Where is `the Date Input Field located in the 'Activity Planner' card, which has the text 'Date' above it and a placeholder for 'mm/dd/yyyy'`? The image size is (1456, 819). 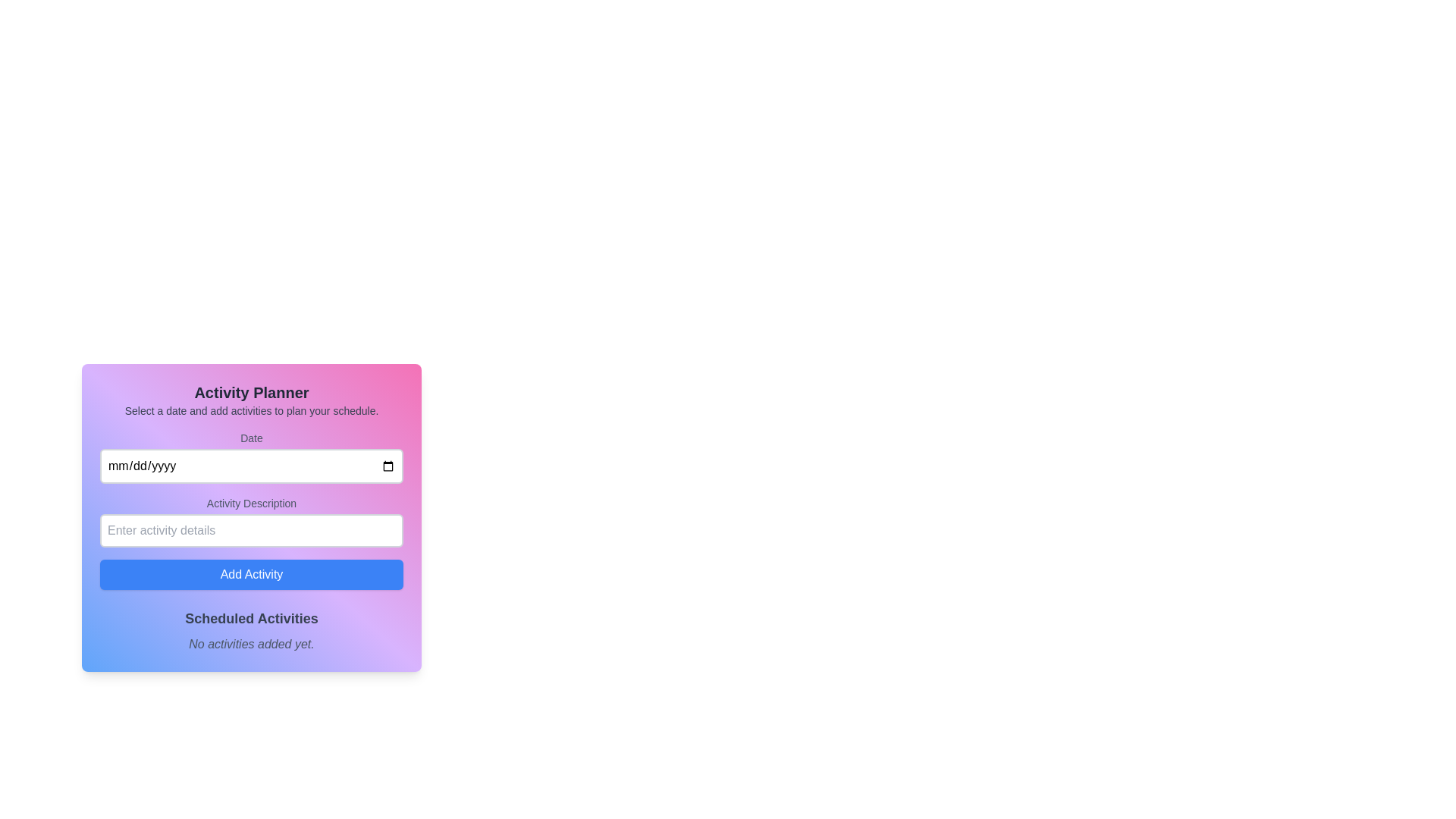 the Date Input Field located in the 'Activity Planner' card, which has the text 'Date' above it and a placeholder for 'mm/dd/yyyy' is located at coordinates (251, 456).